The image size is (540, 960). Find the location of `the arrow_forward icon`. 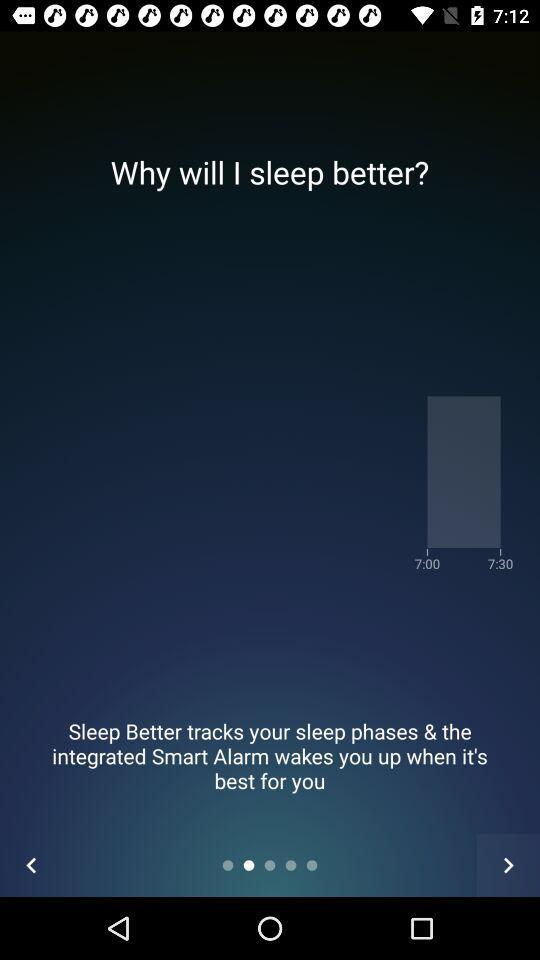

the arrow_forward icon is located at coordinates (508, 864).